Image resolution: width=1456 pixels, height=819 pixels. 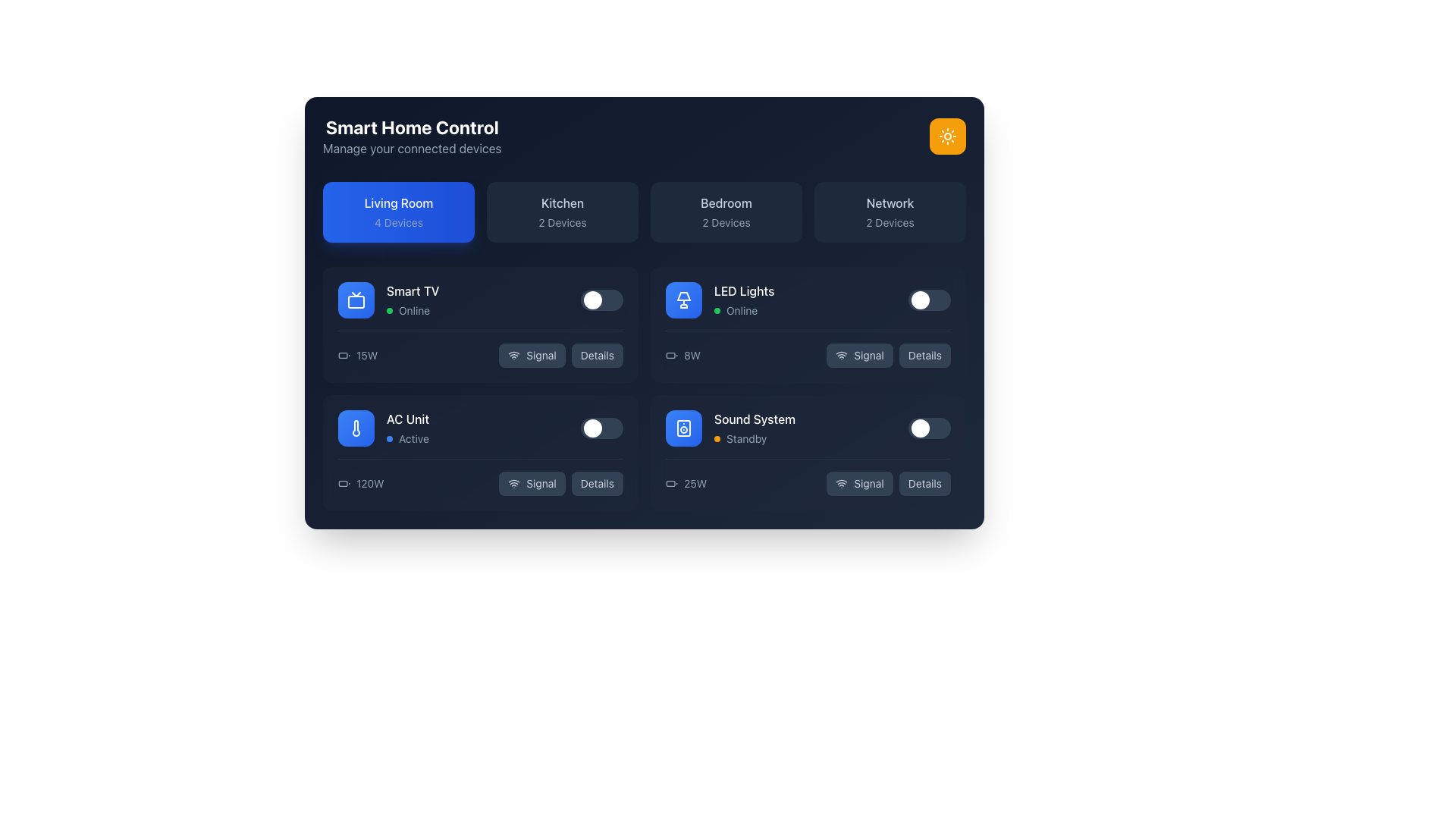 What do you see at coordinates (807, 483) in the screenshot?
I see `the informational row displaying the power usage of 25 watts for the Sound System` at bounding box center [807, 483].